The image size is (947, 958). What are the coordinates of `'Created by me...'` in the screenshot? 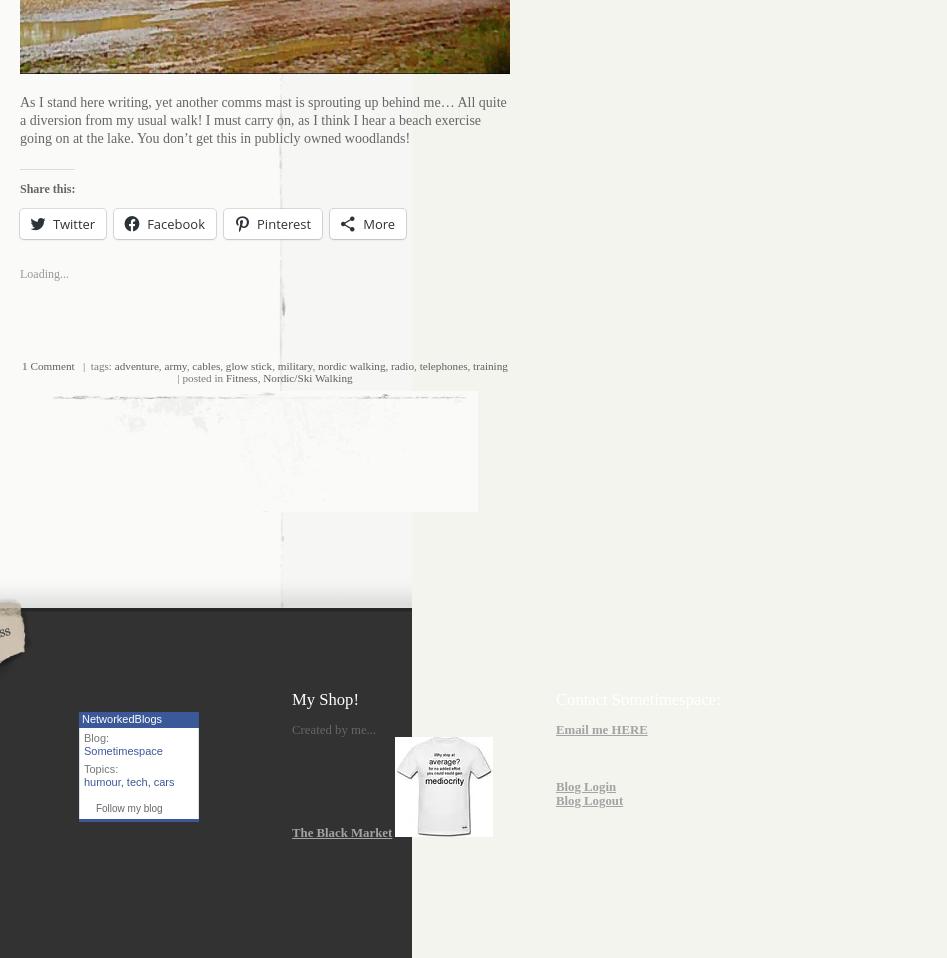 It's located at (333, 729).